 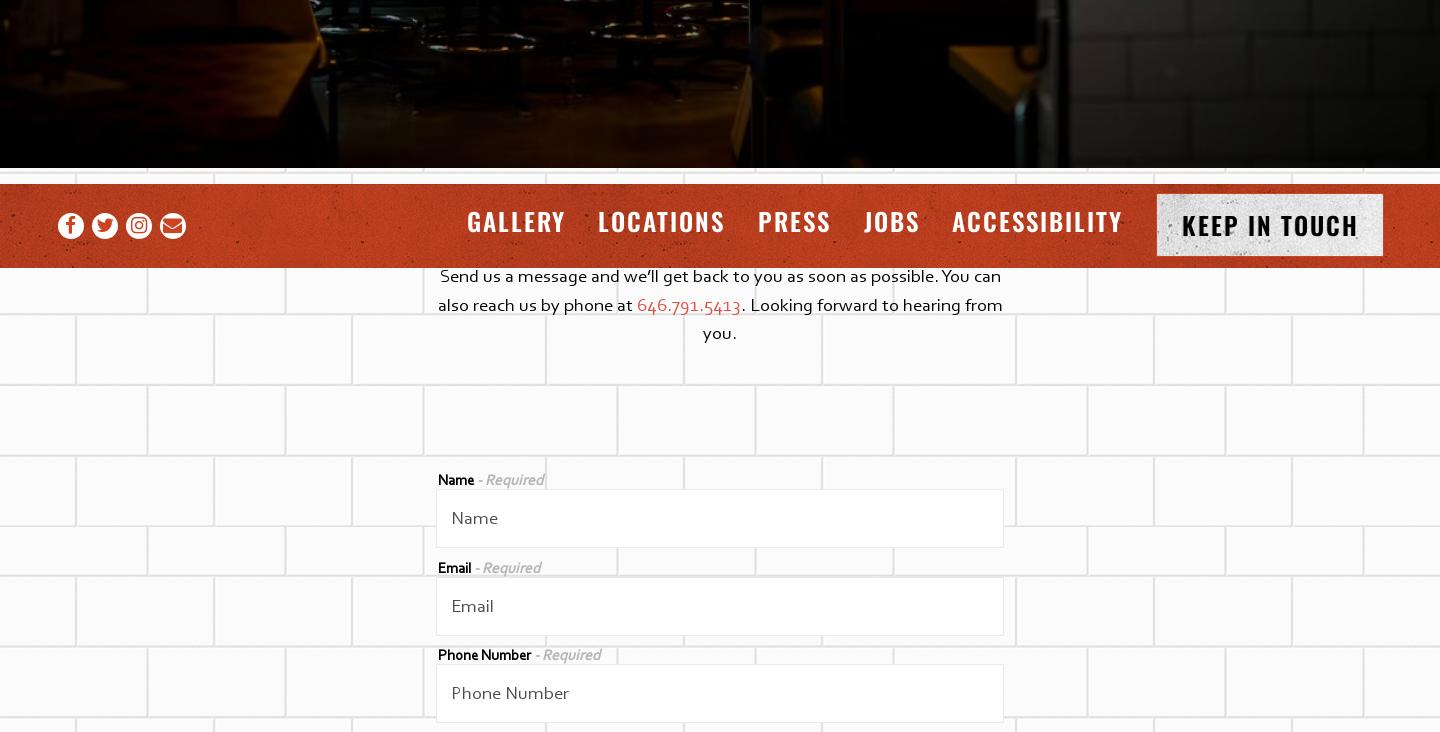 What do you see at coordinates (635, 303) in the screenshot?
I see `'646.791.5413'` at bounding box center [635, 303].